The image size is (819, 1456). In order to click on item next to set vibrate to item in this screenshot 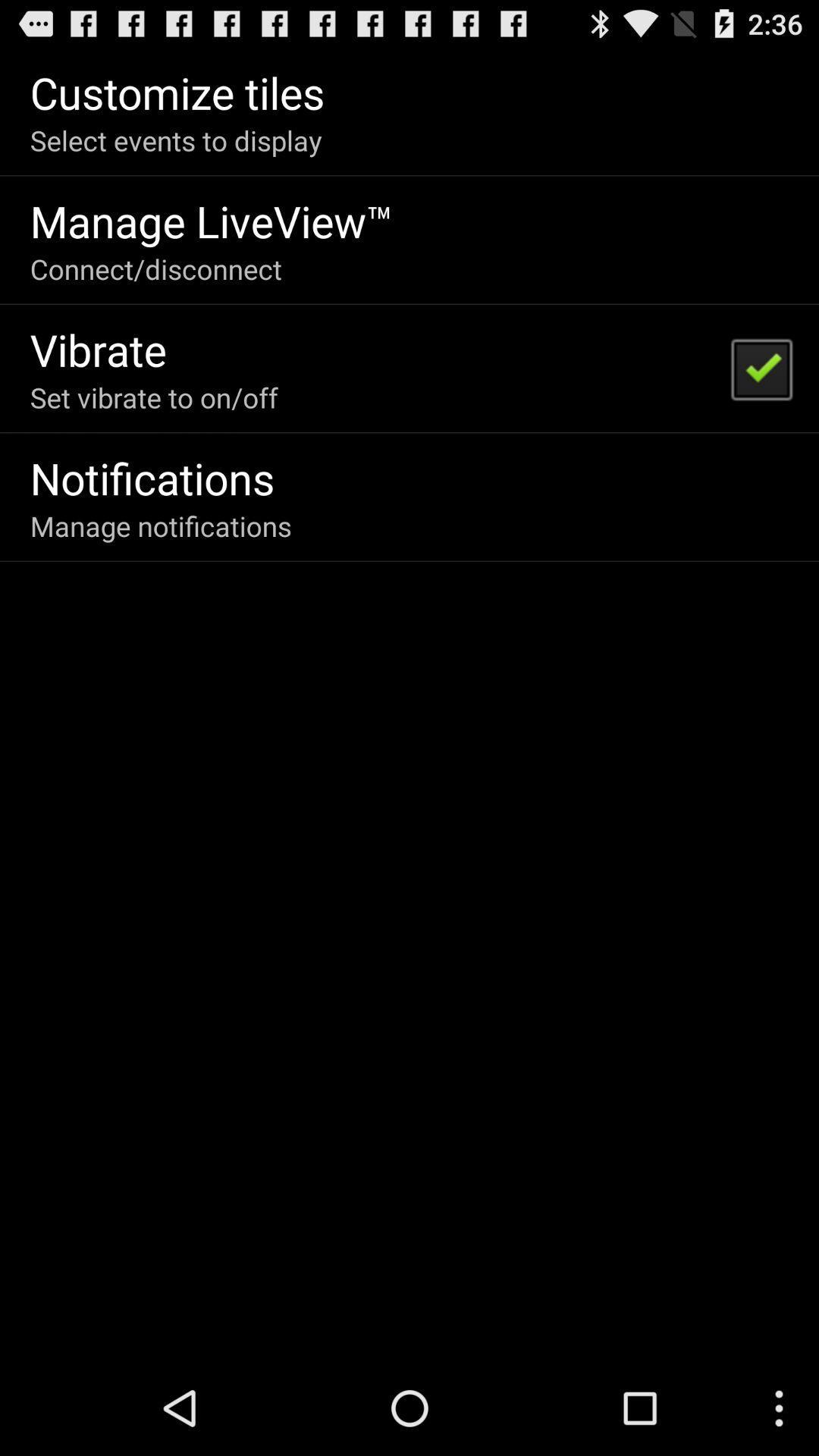, I will do `click(761, 368)`.